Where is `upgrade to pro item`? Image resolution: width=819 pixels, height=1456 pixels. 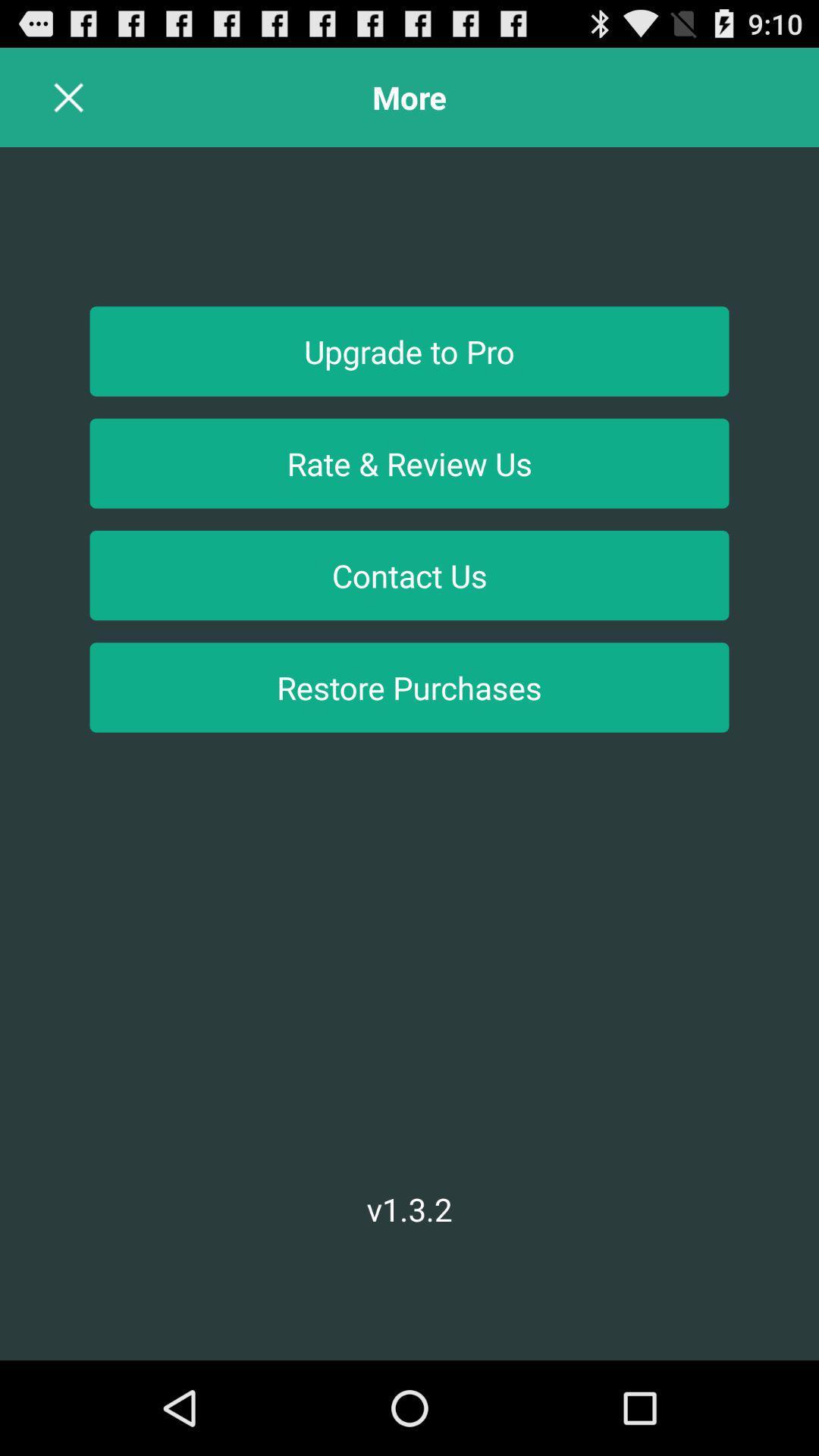 upgrade to pro item is located at coordinates (409, 350).